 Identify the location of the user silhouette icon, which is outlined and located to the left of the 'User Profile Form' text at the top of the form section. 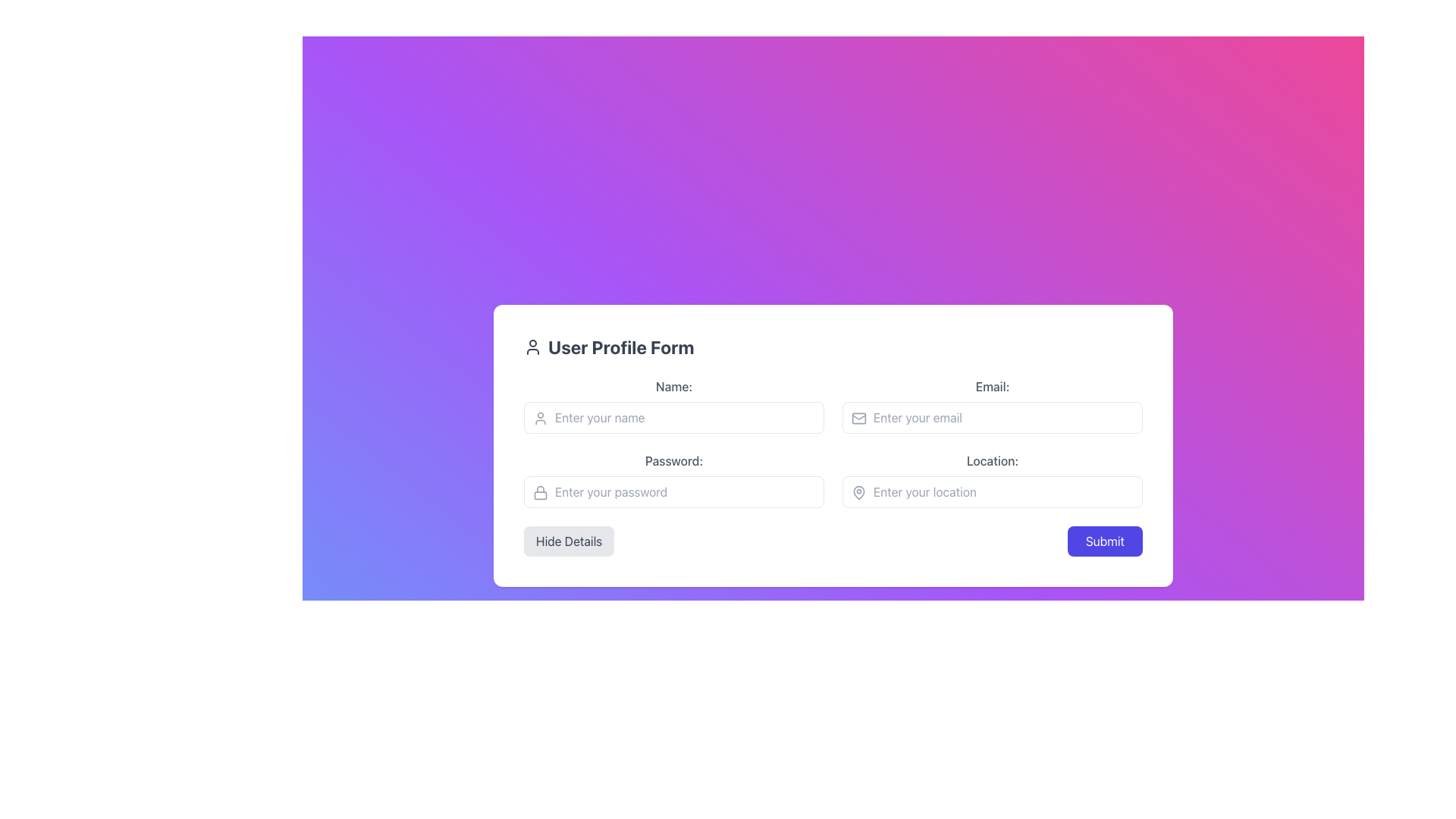
(532, 347).